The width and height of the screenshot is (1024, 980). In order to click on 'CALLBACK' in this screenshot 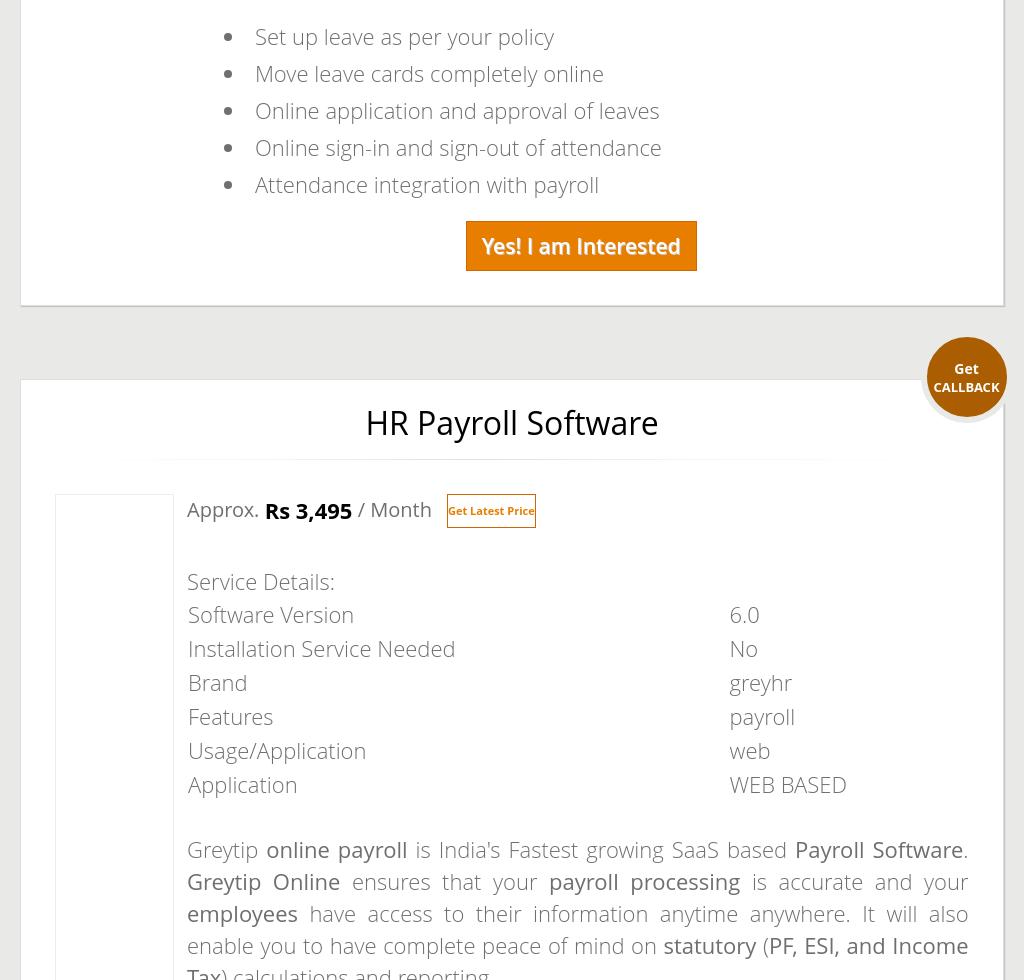, I will do `click(966, 386)`.